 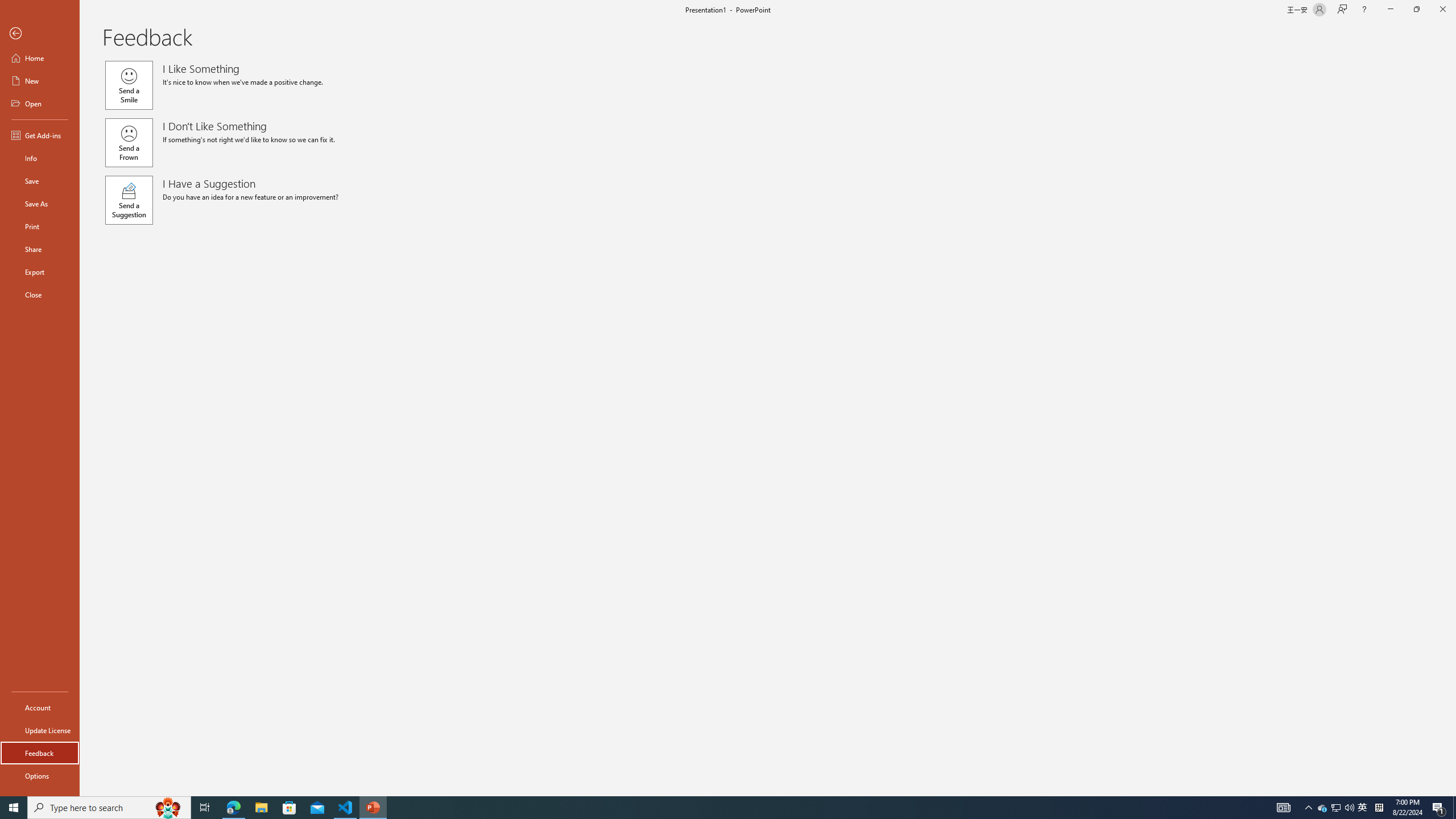 What do you see at coordinates (39, 708) in the screenshot?
I see `'Account'` at bounding box center [39, 708].